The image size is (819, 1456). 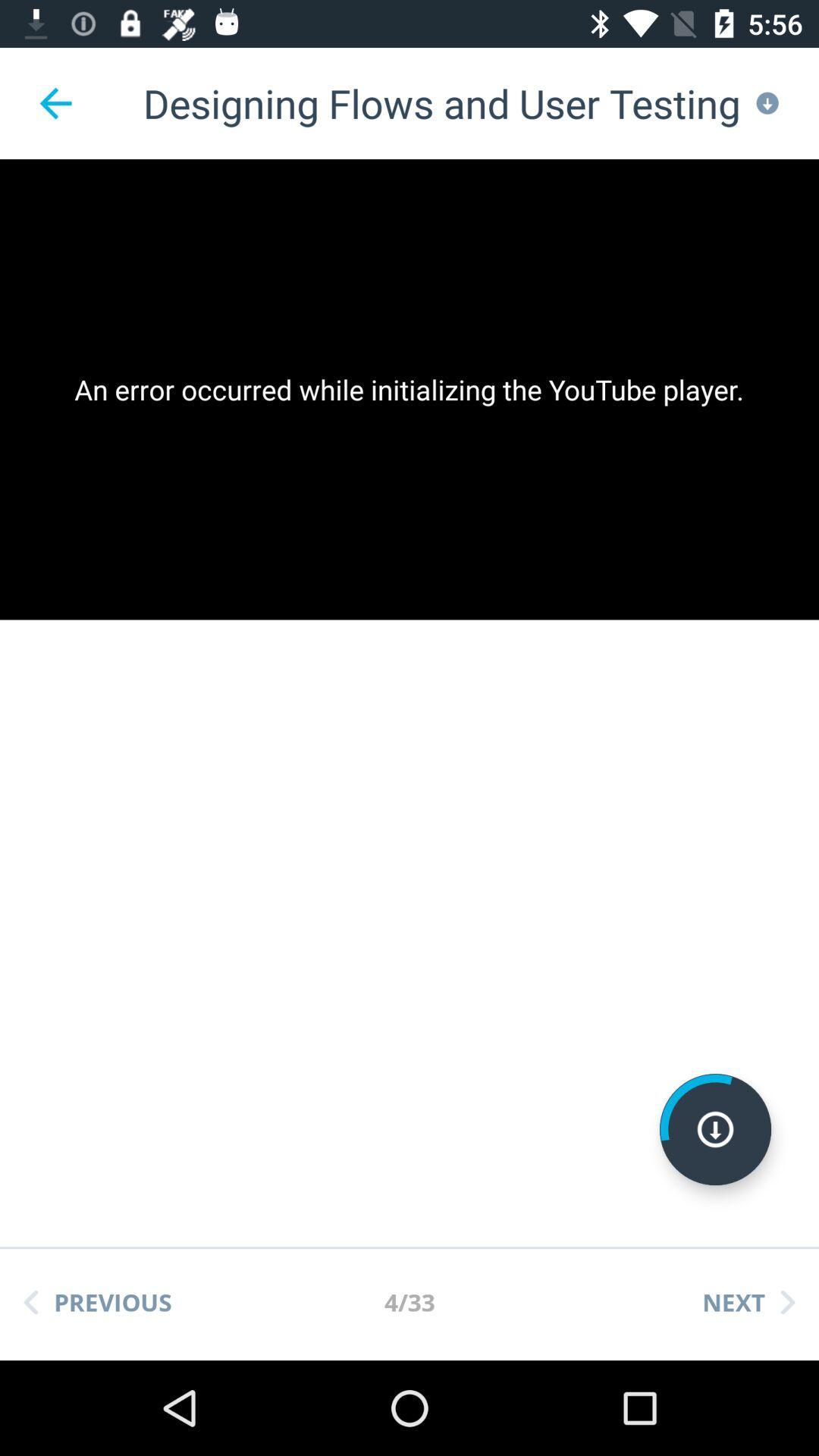 I want to click on the file_download icon, so click(x=715, y=1129).